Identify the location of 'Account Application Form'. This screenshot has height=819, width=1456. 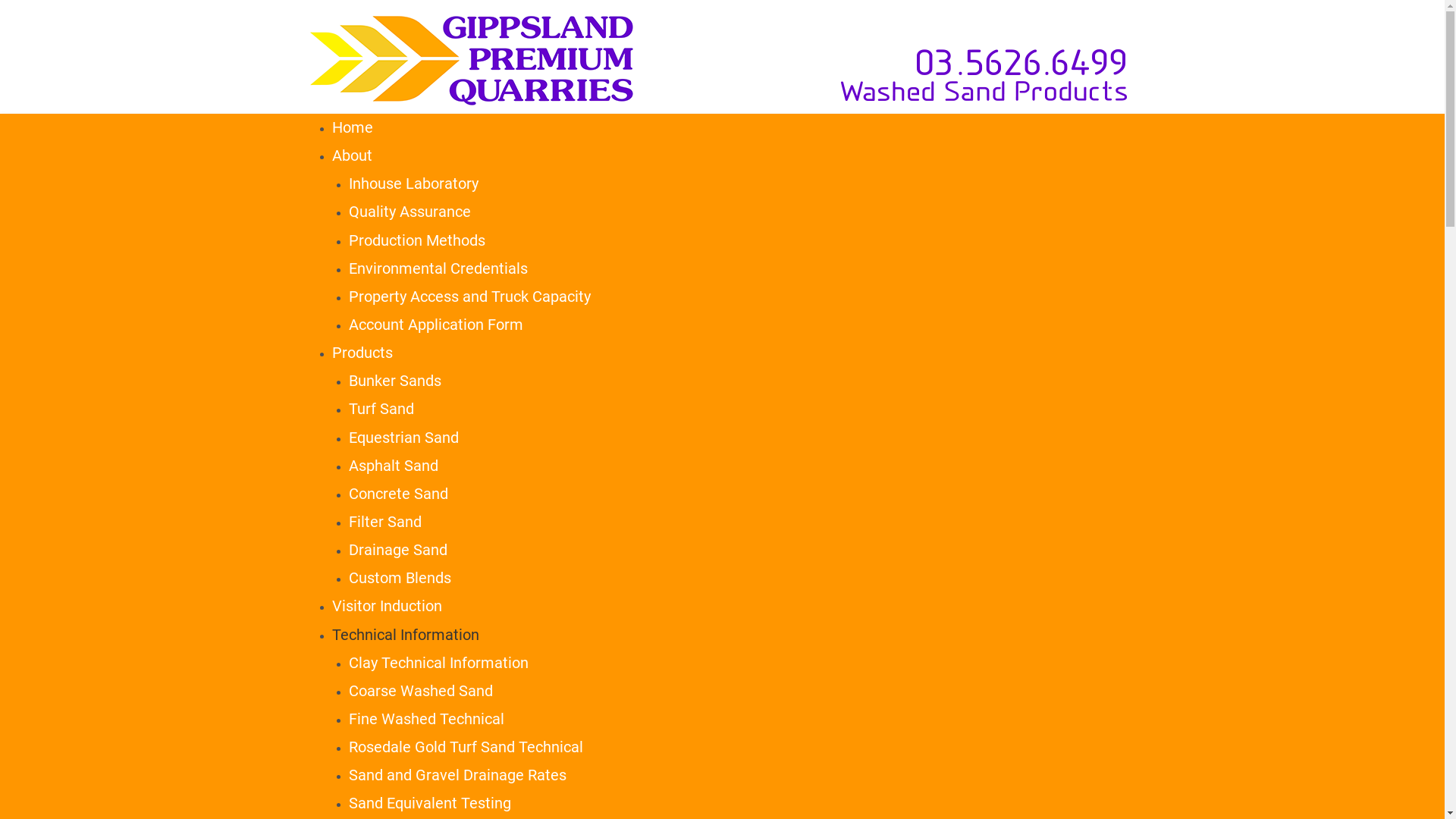
(435, 324).